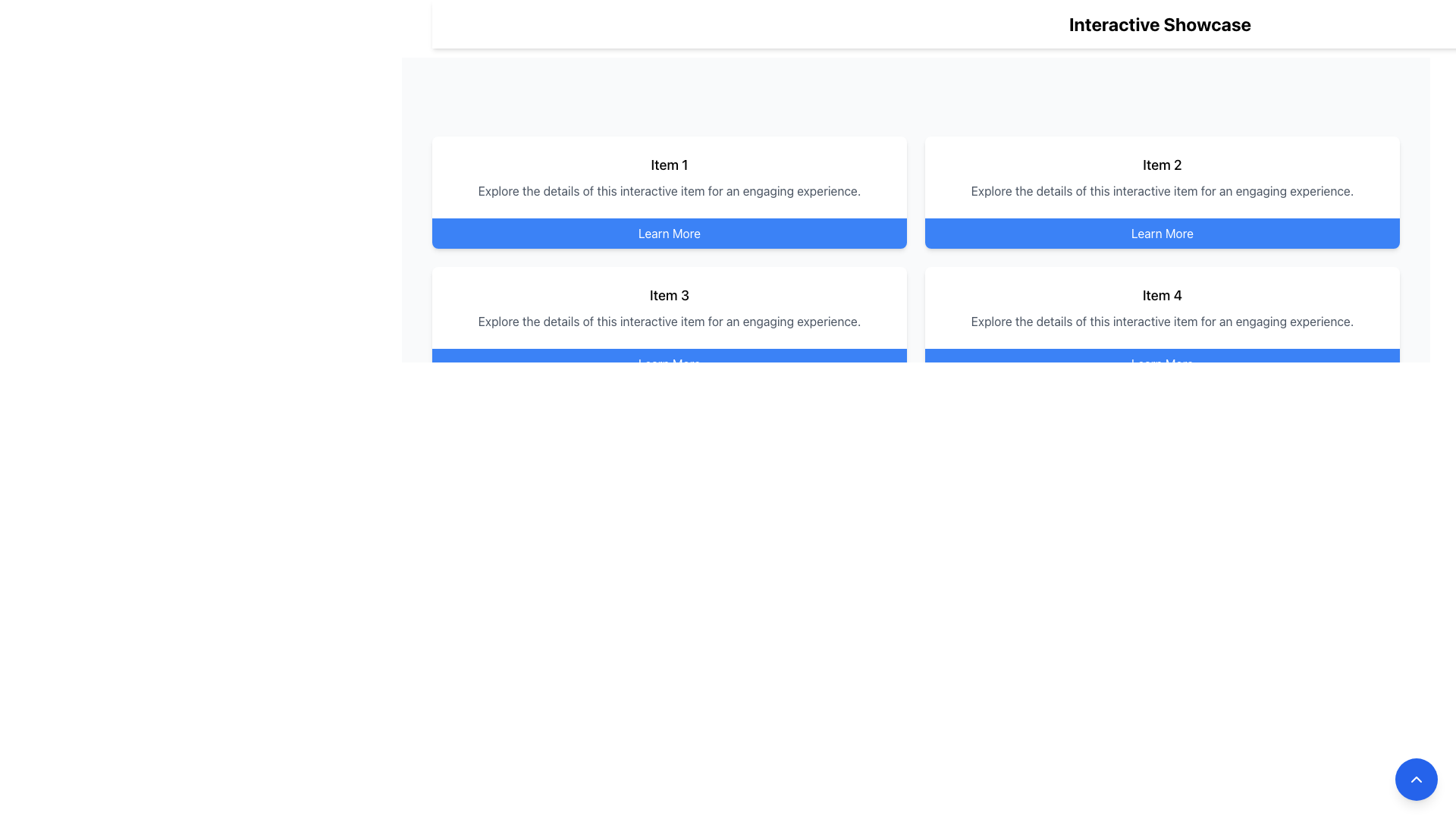 This screenshot has width=1456, height=819. Describe the element at coordinates (669, 321) in the screenshot. I see `the text label that reads 'Explore the details of this interactive item for an engaging experience.' located above the 'Learn More' button in the lower portion of the 'Item 3' panel` at that location.